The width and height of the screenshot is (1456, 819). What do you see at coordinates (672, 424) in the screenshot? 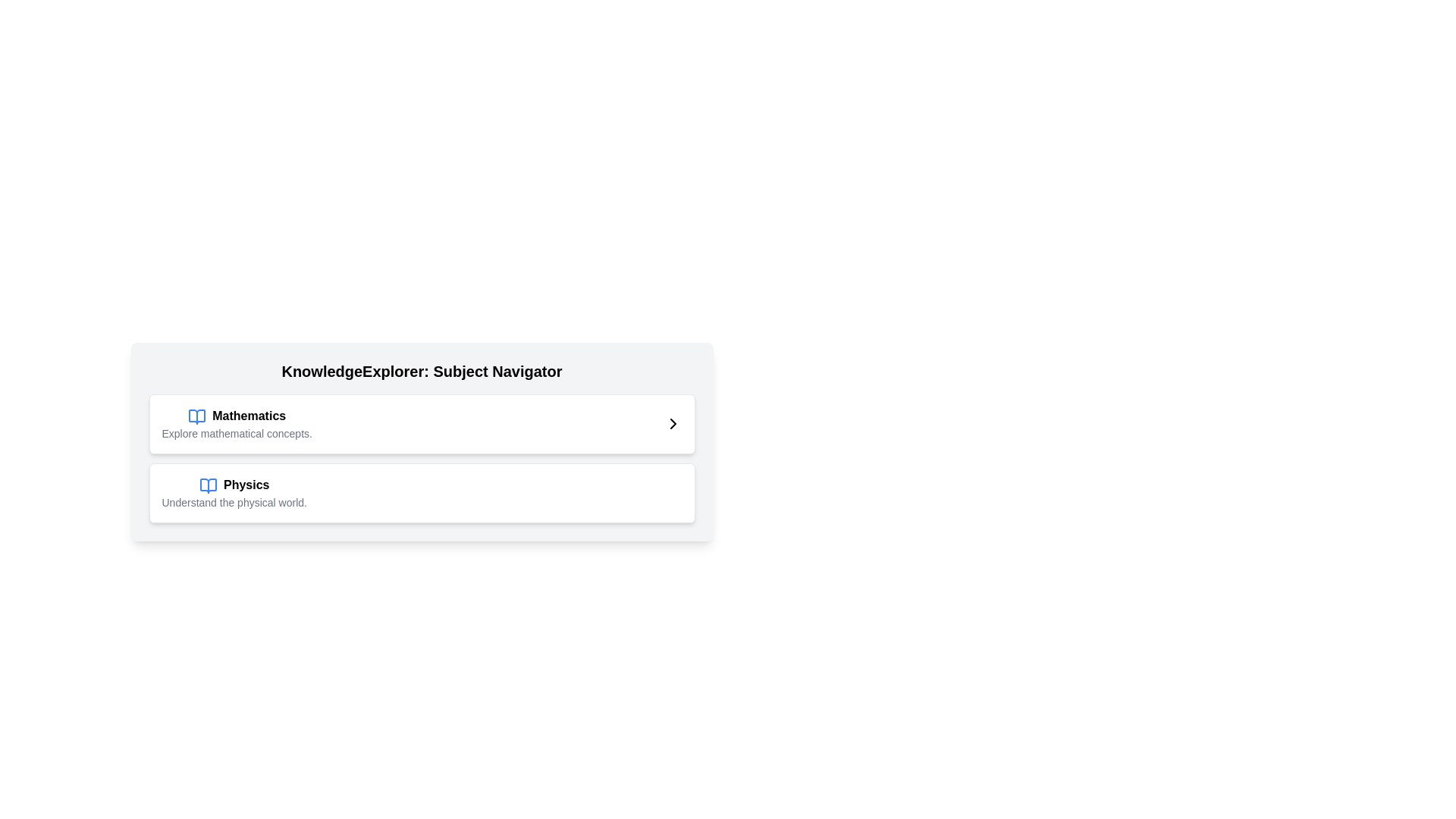
I see `the chevron or arrow icon representing navigational indication for the 'Mathematics' section` at bounding box center [672, 424].